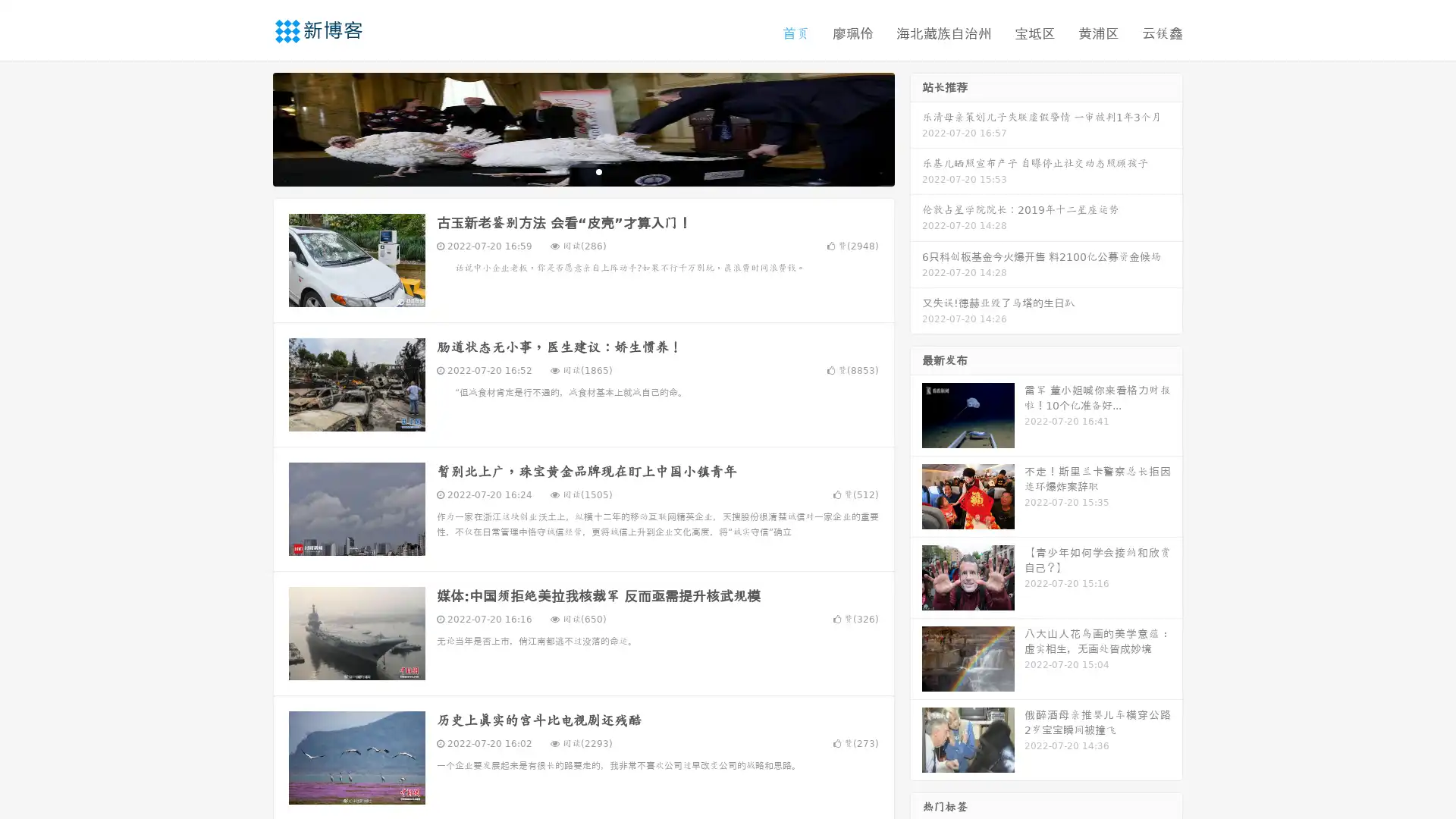  I want to click on Previous slide, so click(250, 127).